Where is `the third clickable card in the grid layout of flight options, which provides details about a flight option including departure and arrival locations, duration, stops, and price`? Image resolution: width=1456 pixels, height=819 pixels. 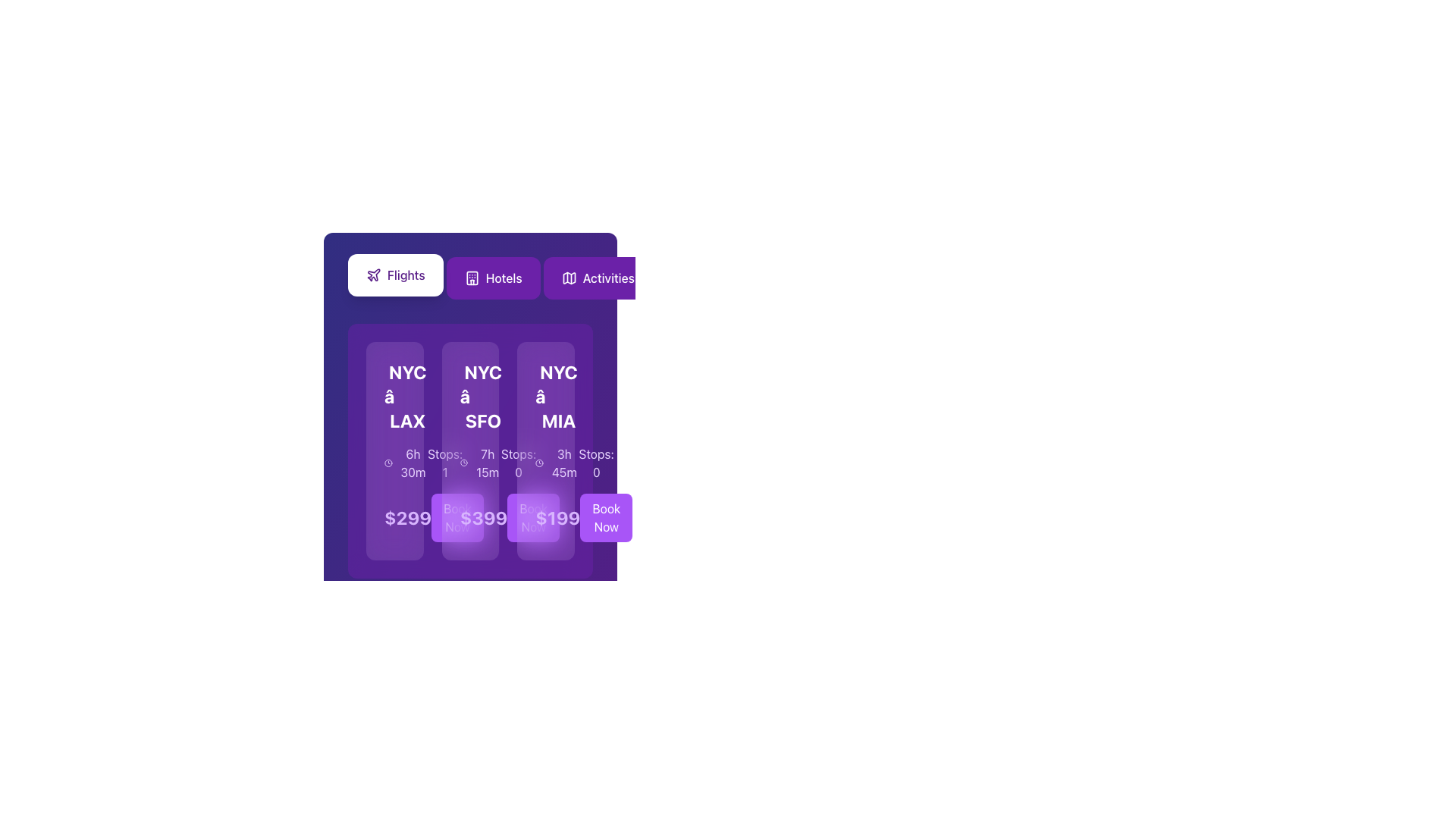 the third clickable card in the grid layout of flight options, which provides details about a flight option including departure and arrival locations, duration, stops, and price is located at coordinates (546, 450).